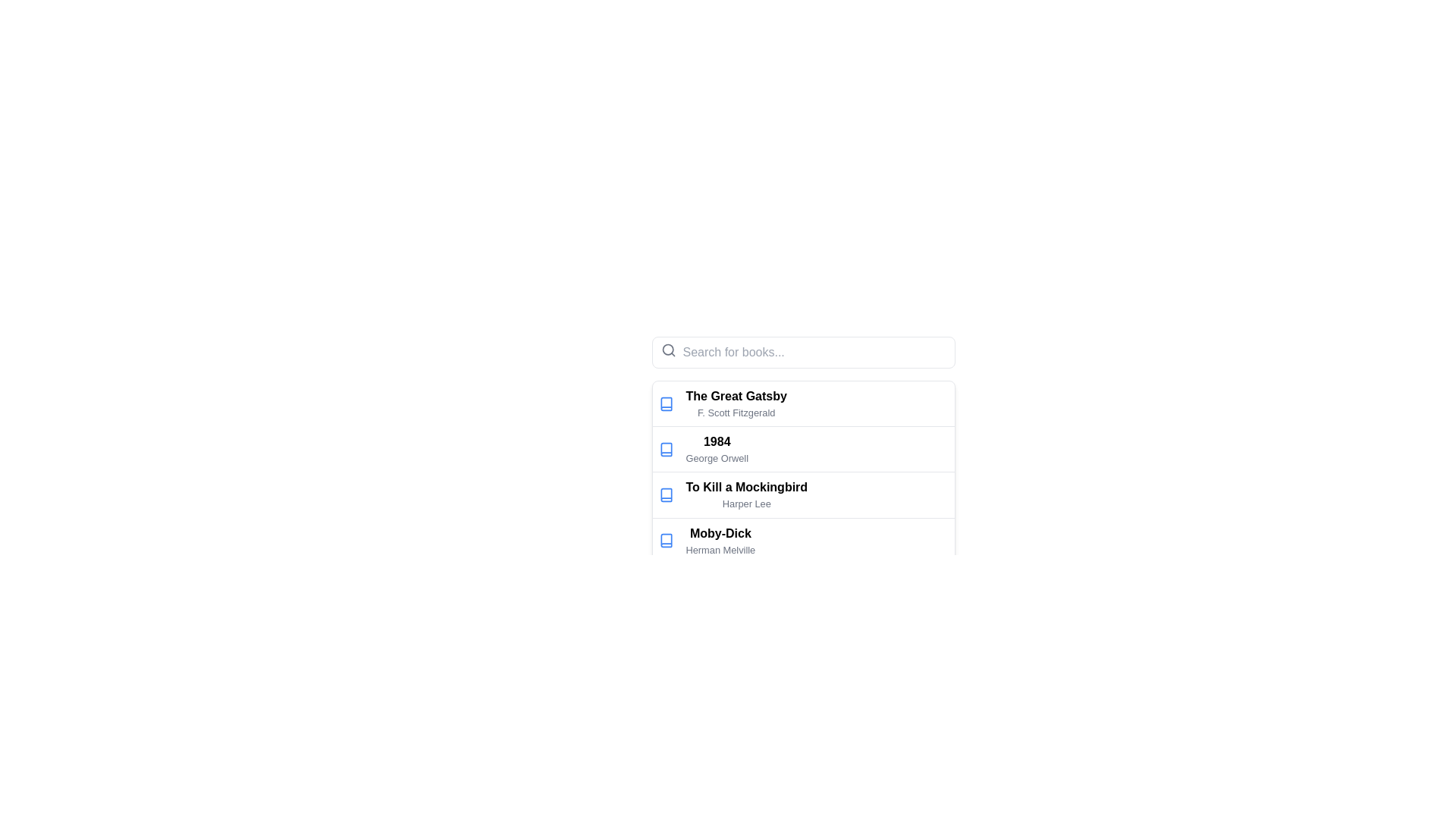 The width and height of the screenshot is (1456, 819). What do you see at coordinates (736, 413) in the screenshot?
I see `the text label displaying 'F. Scott Fitzgerald' which is located directly beneath the title 'The Great Gatsby' in a vertical listing of books and authors` at bounding box center [736, 413].